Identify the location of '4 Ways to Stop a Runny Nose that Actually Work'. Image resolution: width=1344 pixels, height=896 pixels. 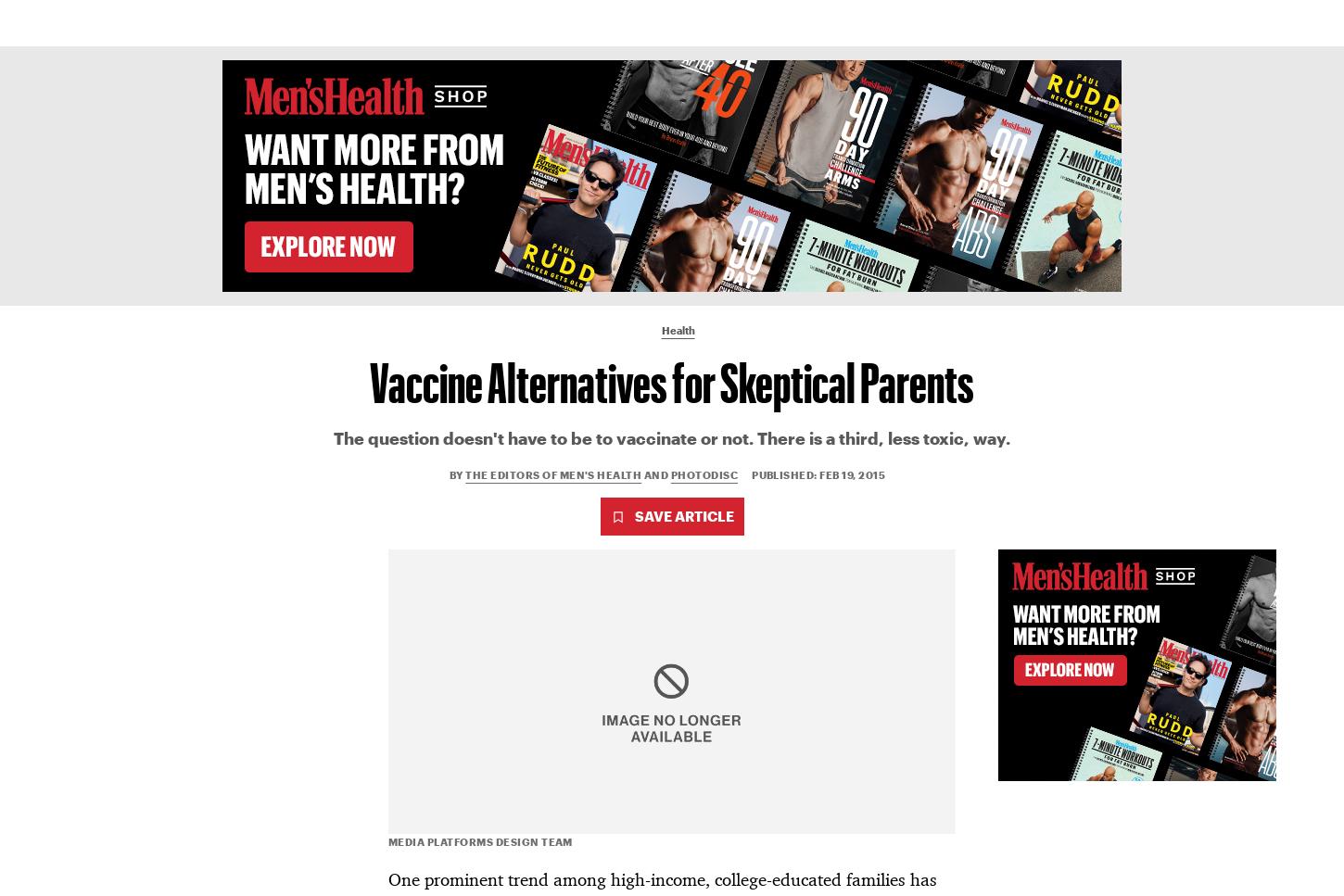
(1078, 675).